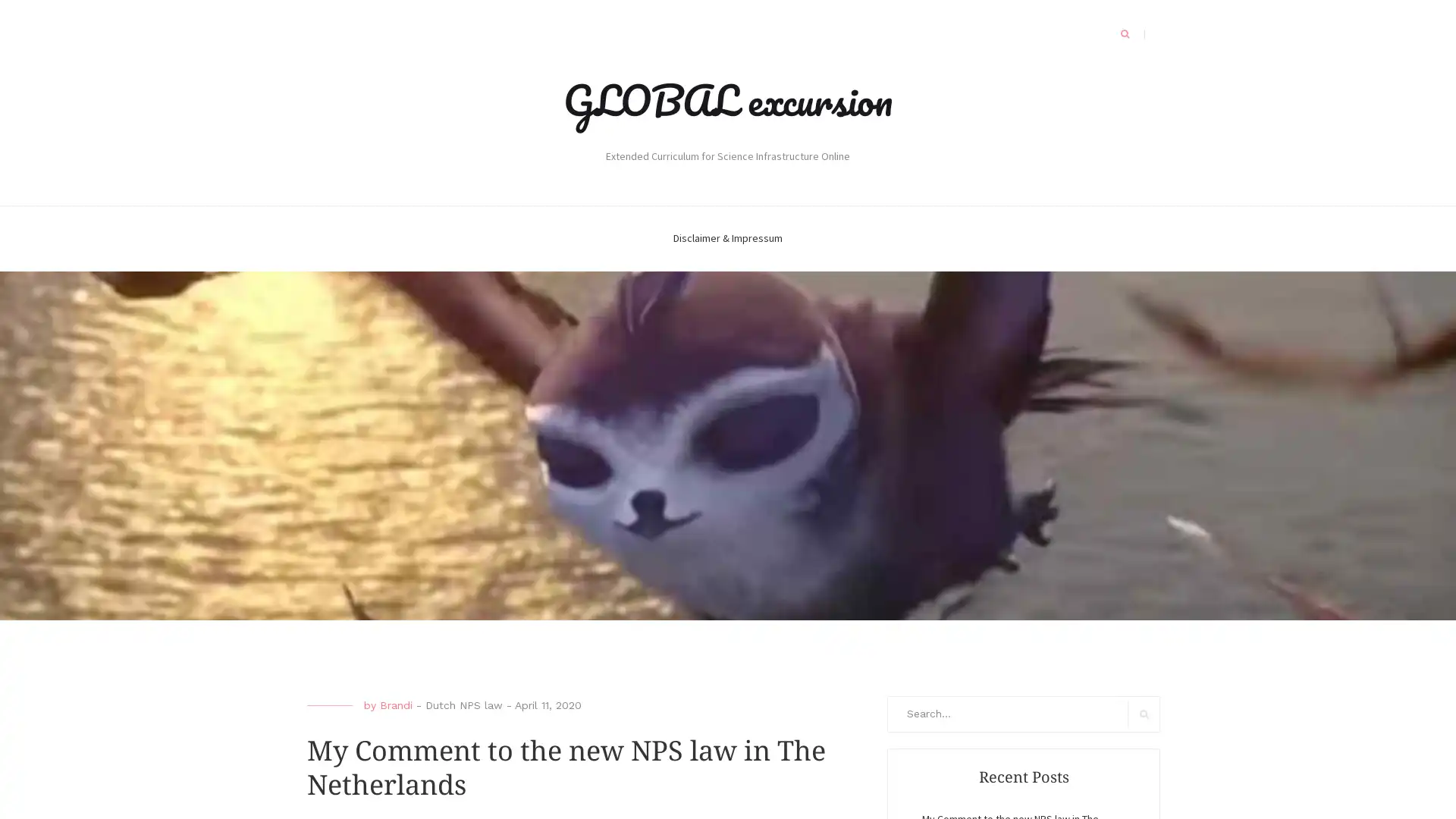 Image resolution: width=1456 pixels, height=819 pixels. I want to click on Search, so click(1144, 714).